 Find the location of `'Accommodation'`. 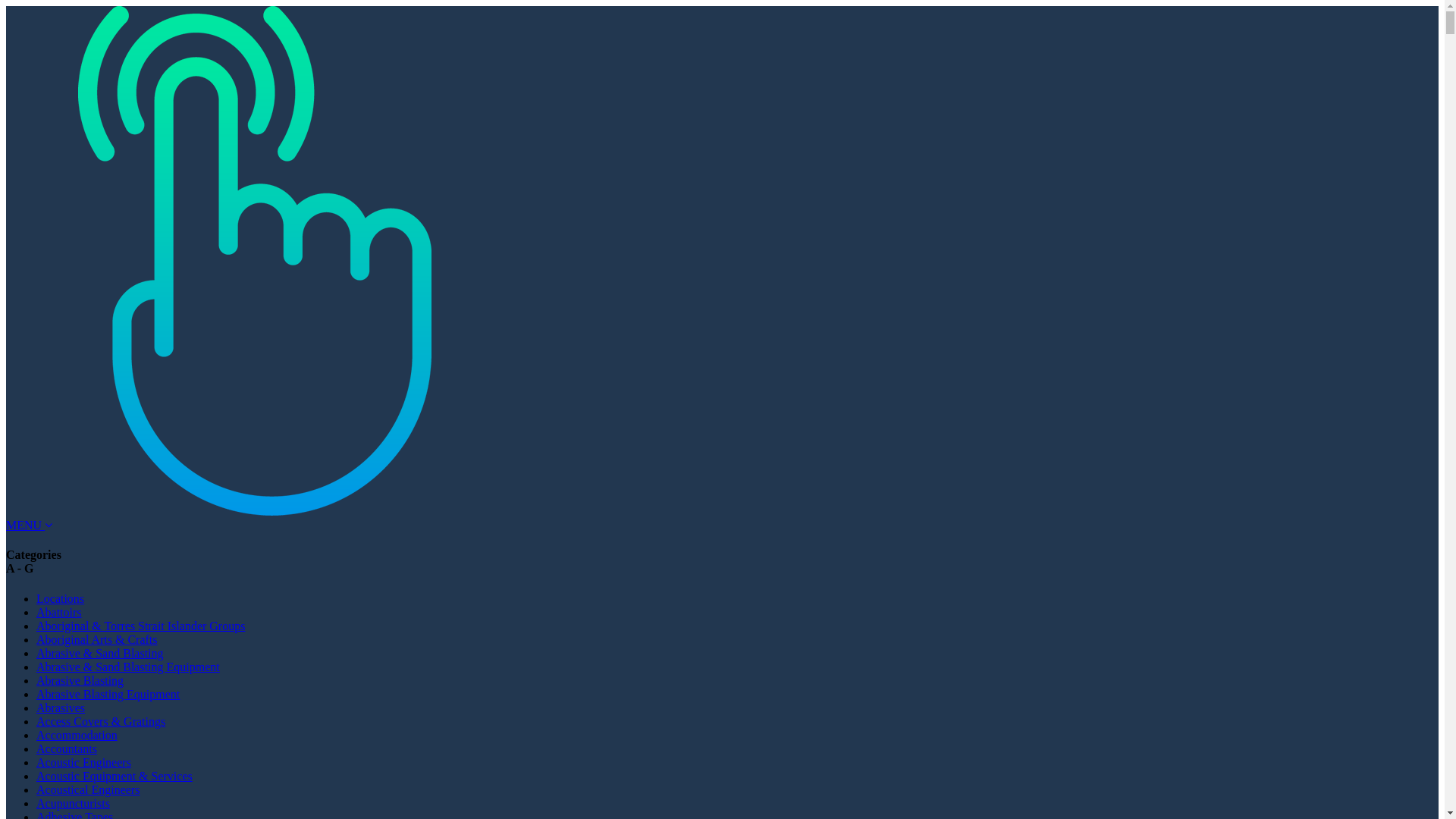

'Accommodation' is located at coordinates (76, 734).